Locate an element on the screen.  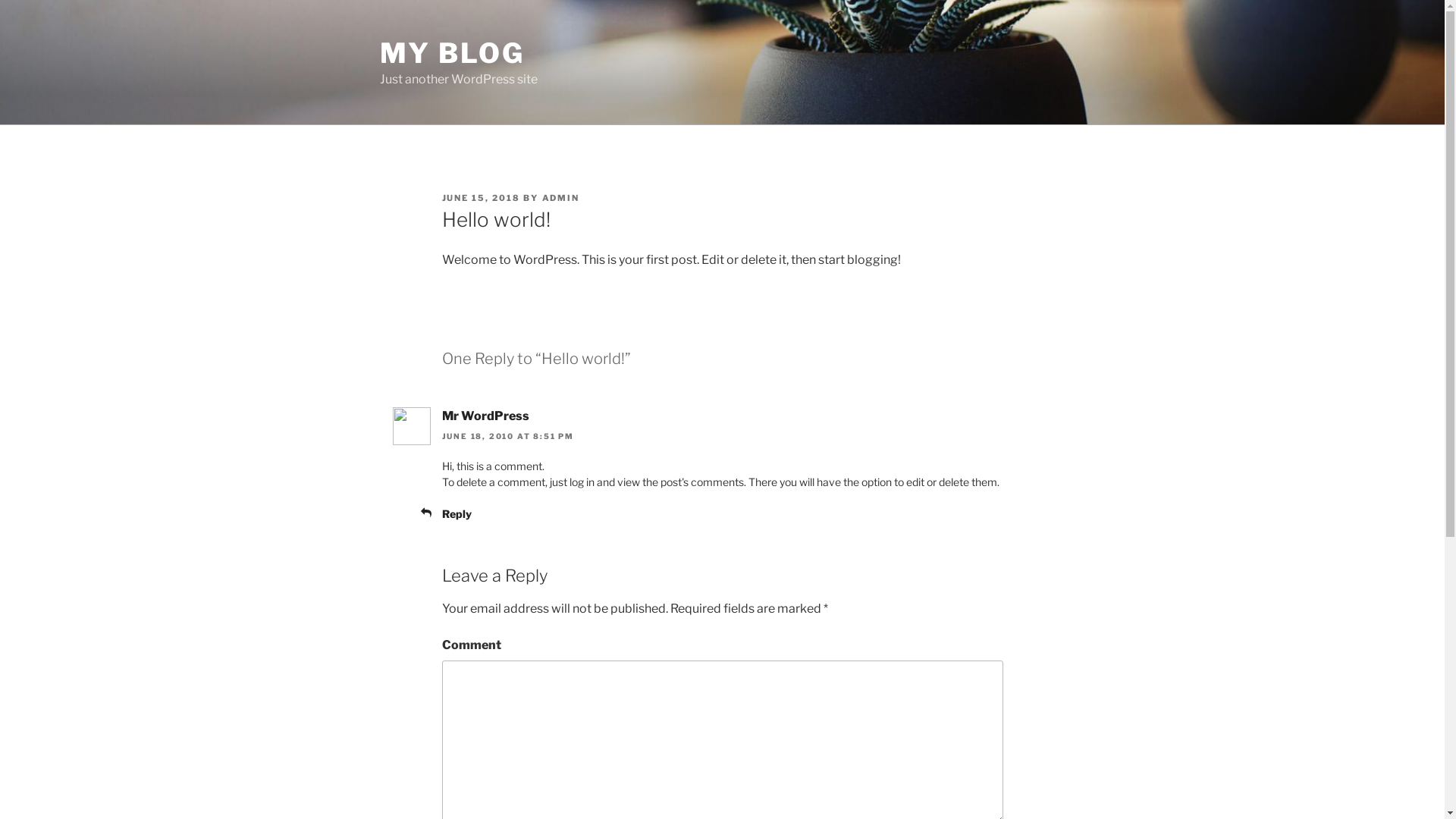
'MY BLOG' is located at coordinates (450, 52).